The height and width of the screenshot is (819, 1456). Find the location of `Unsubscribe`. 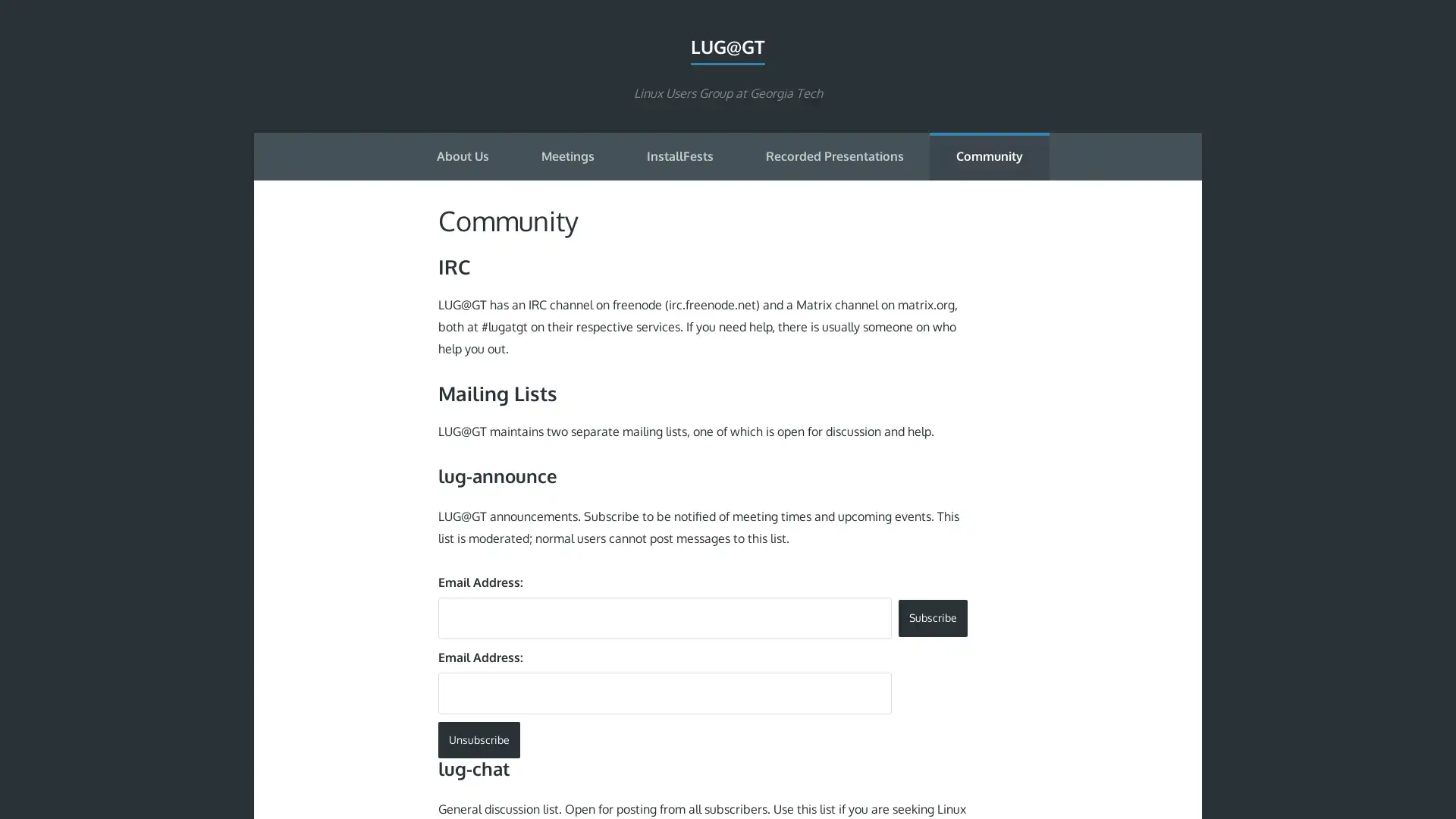

Unsubscribe is located at coordinates (479, 739).